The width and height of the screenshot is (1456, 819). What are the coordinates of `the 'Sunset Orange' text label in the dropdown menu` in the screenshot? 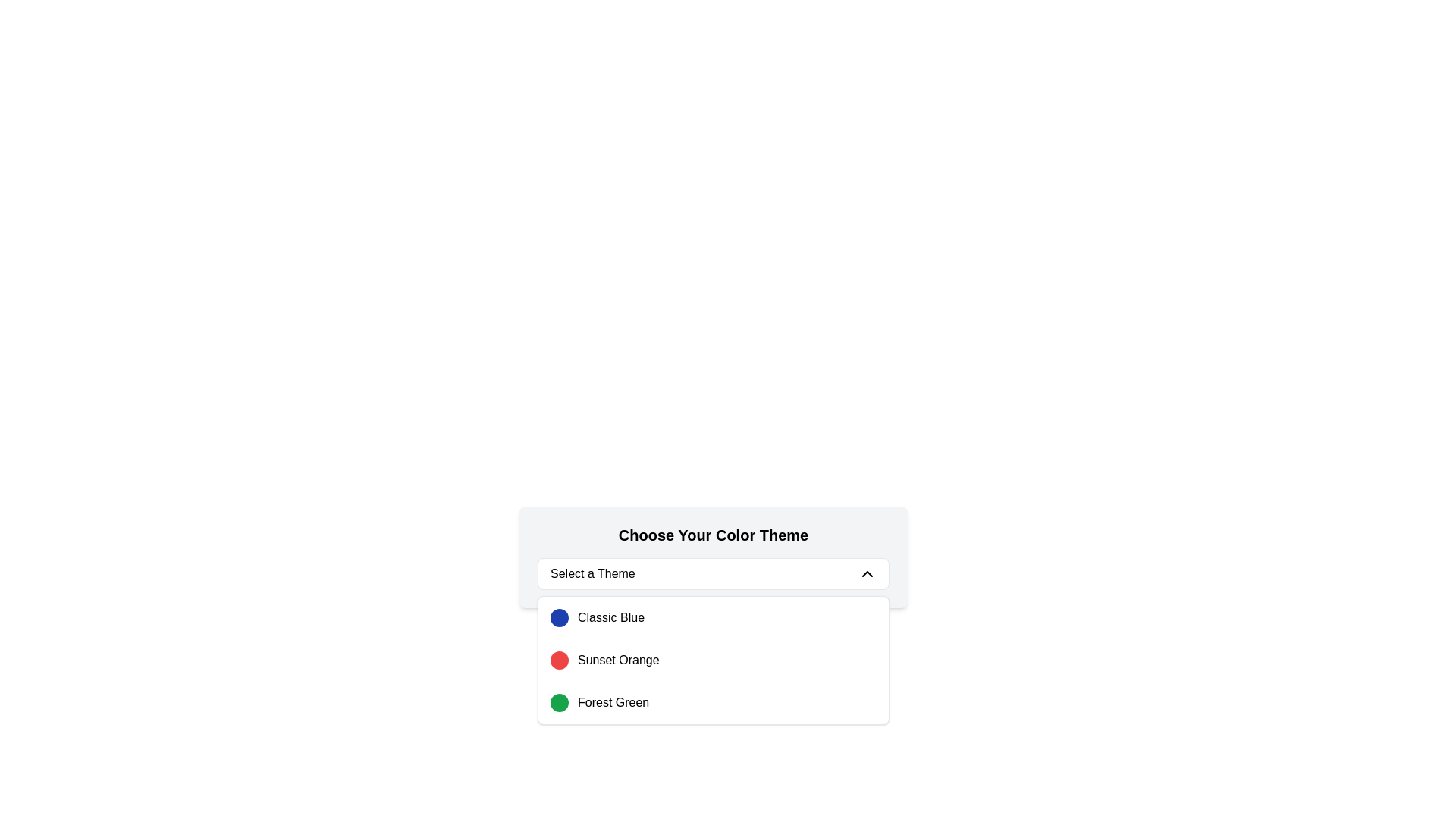 It's located at (604, 660).